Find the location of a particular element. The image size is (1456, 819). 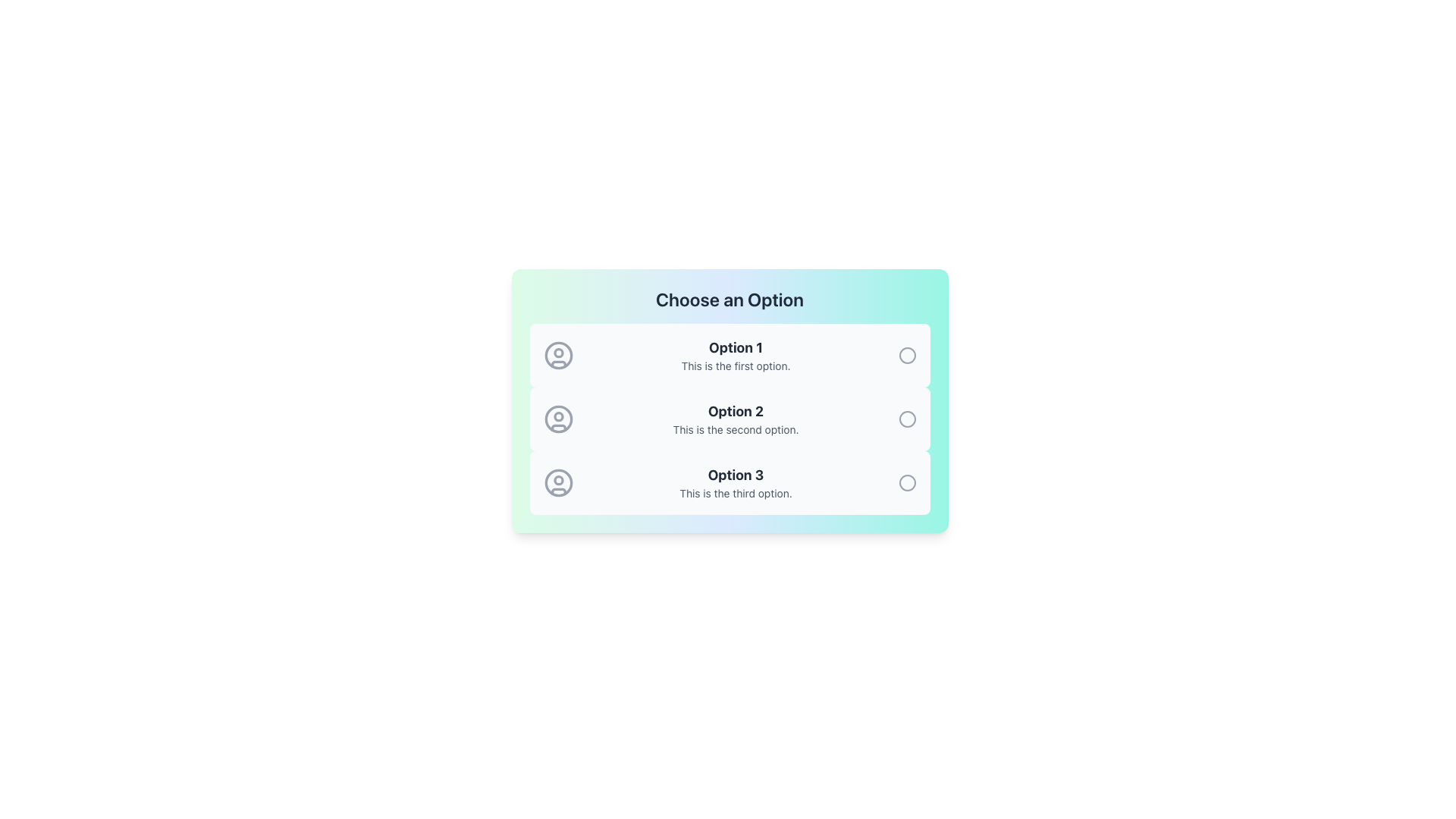

the text label displaying a selectable option in the list, positioned beneath 'Choose an Option' and above 'Option 2' is located at coordinates (736, 356).